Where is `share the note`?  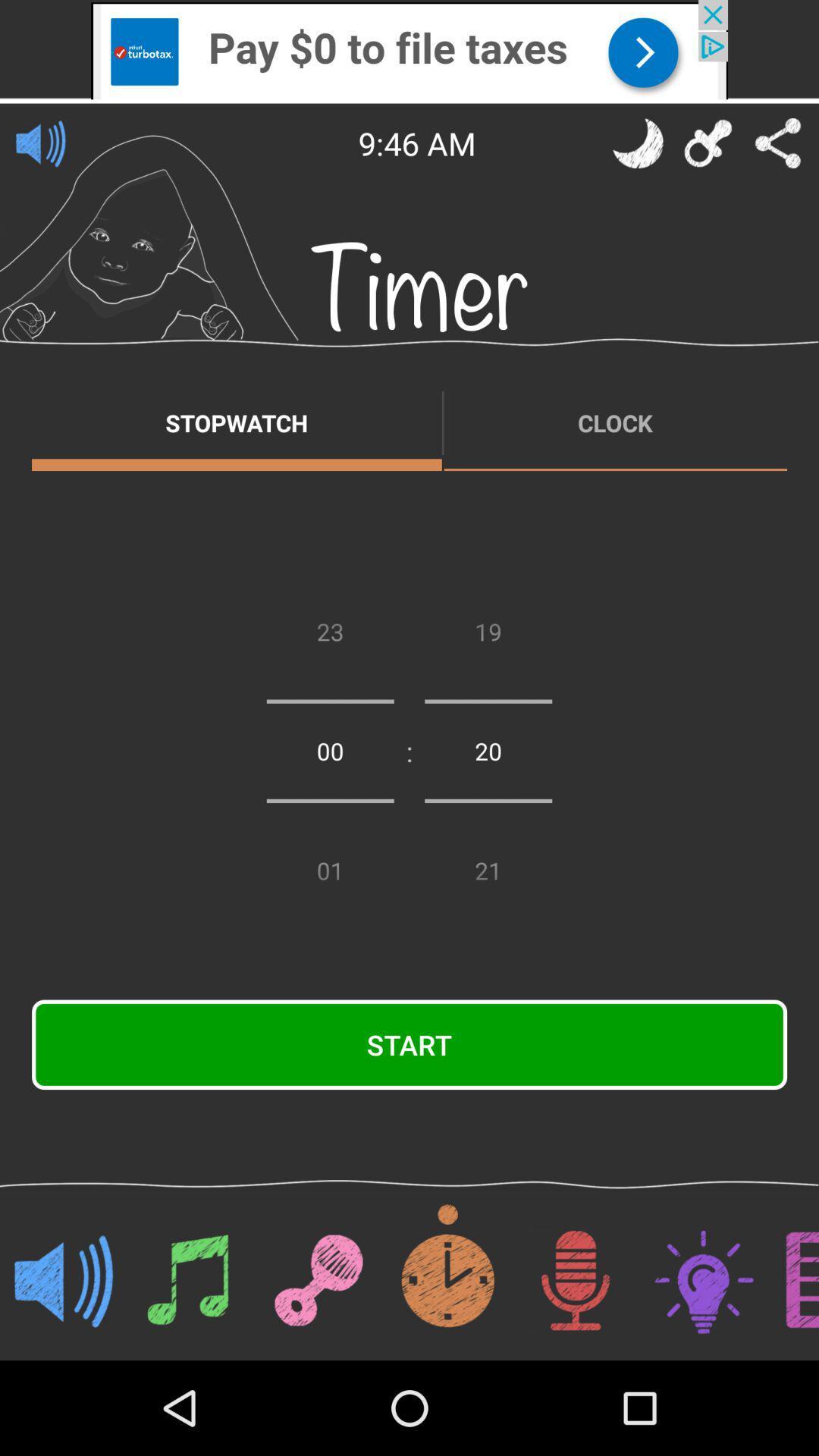
share the note is located at coordinates (778, 143).